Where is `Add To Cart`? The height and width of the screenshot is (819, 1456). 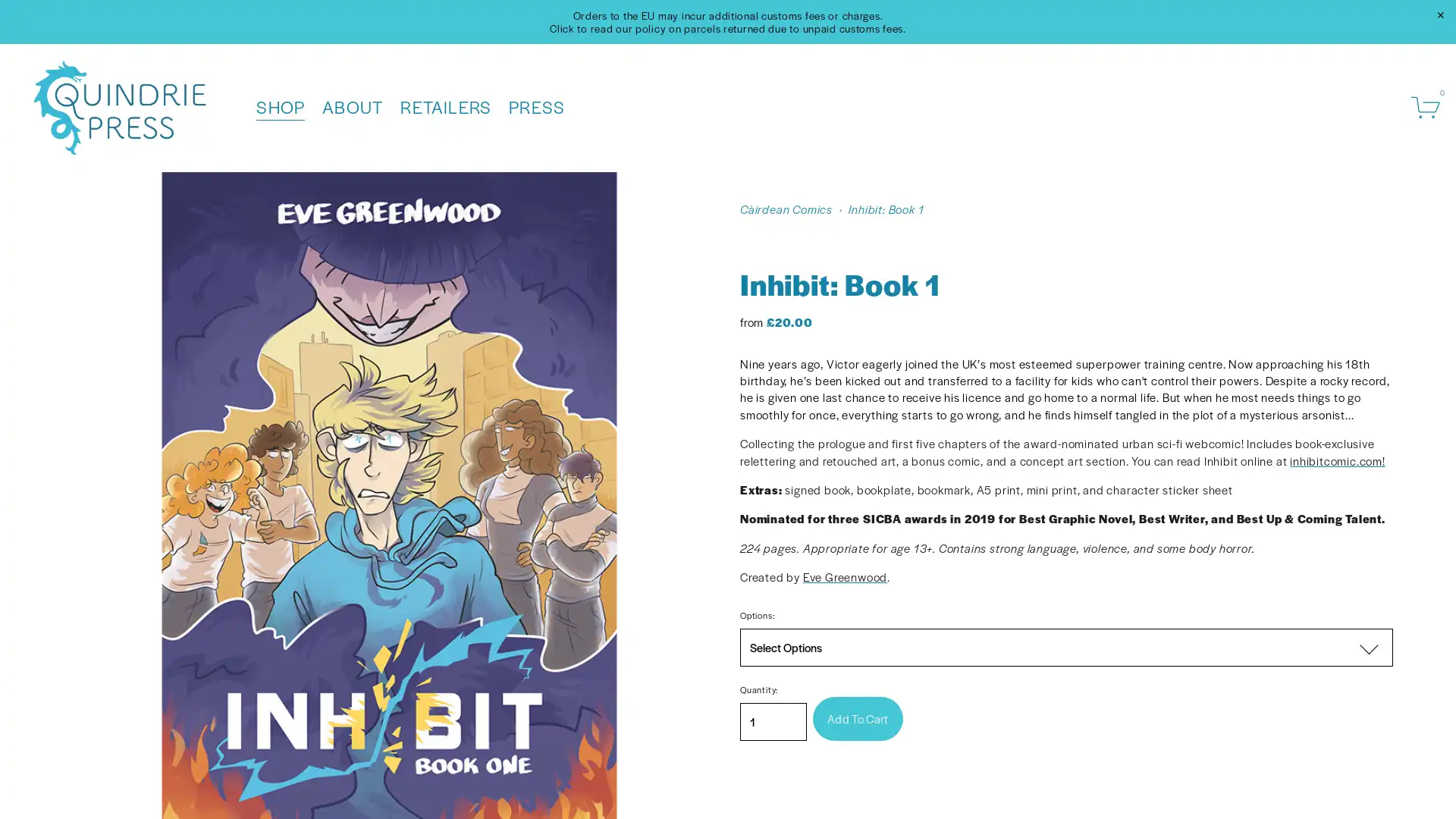
Add To Cart is located at coordinates (857, 717).